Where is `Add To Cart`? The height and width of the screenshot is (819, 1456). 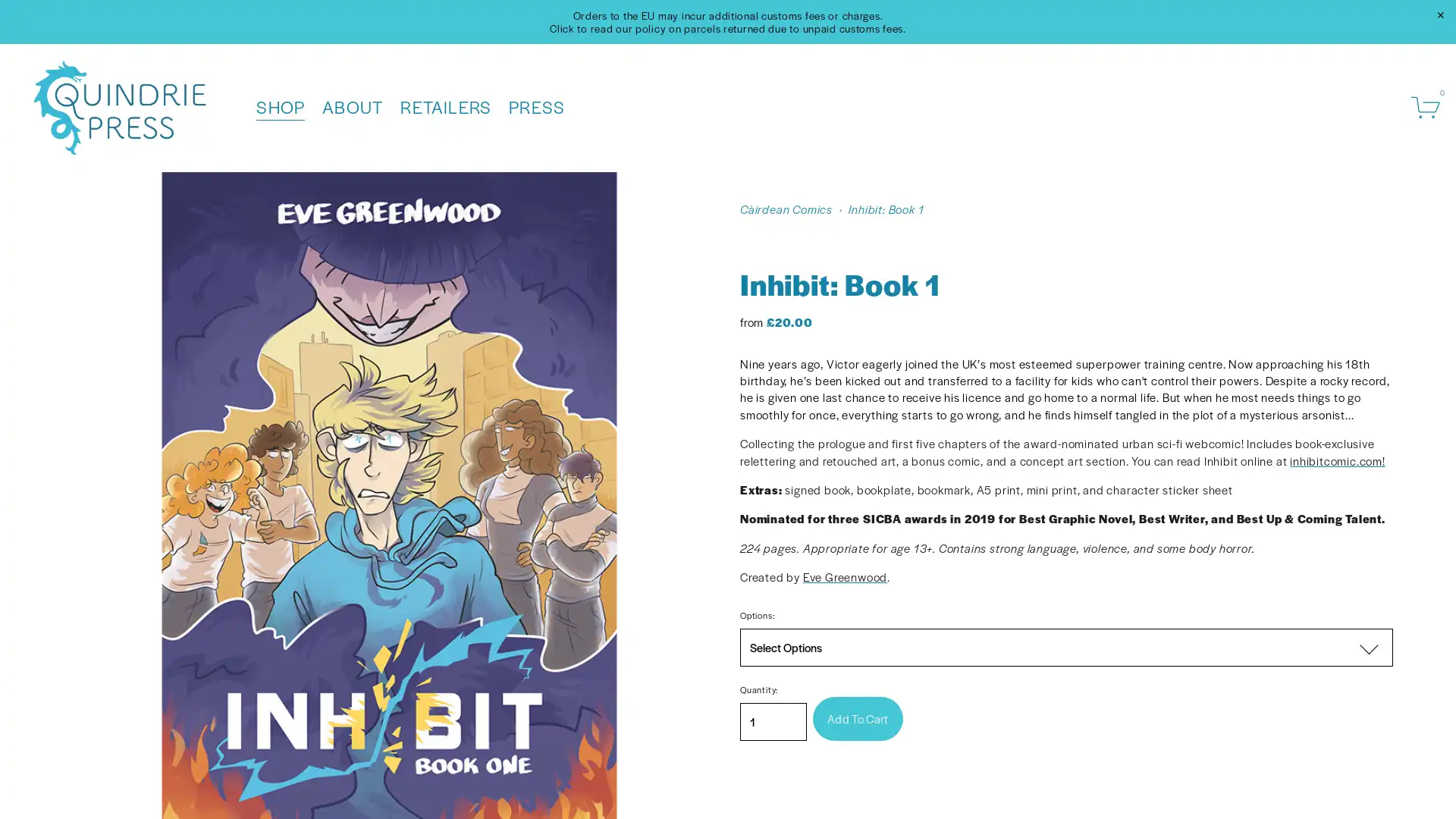
Add To Cart is located at coordinates (857, 717).